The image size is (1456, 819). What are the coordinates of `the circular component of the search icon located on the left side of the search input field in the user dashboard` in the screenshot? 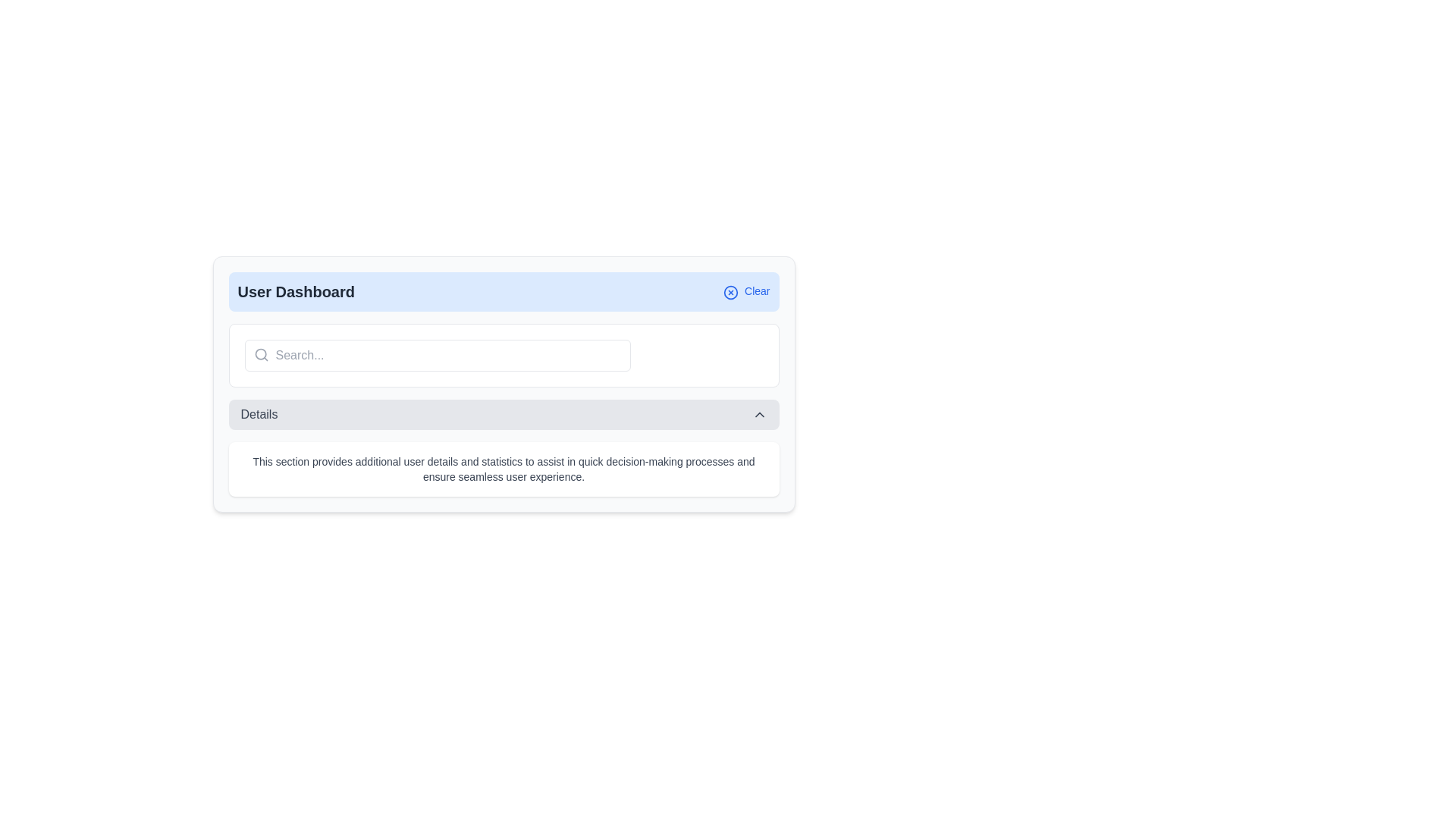 It's located at (260, 354).